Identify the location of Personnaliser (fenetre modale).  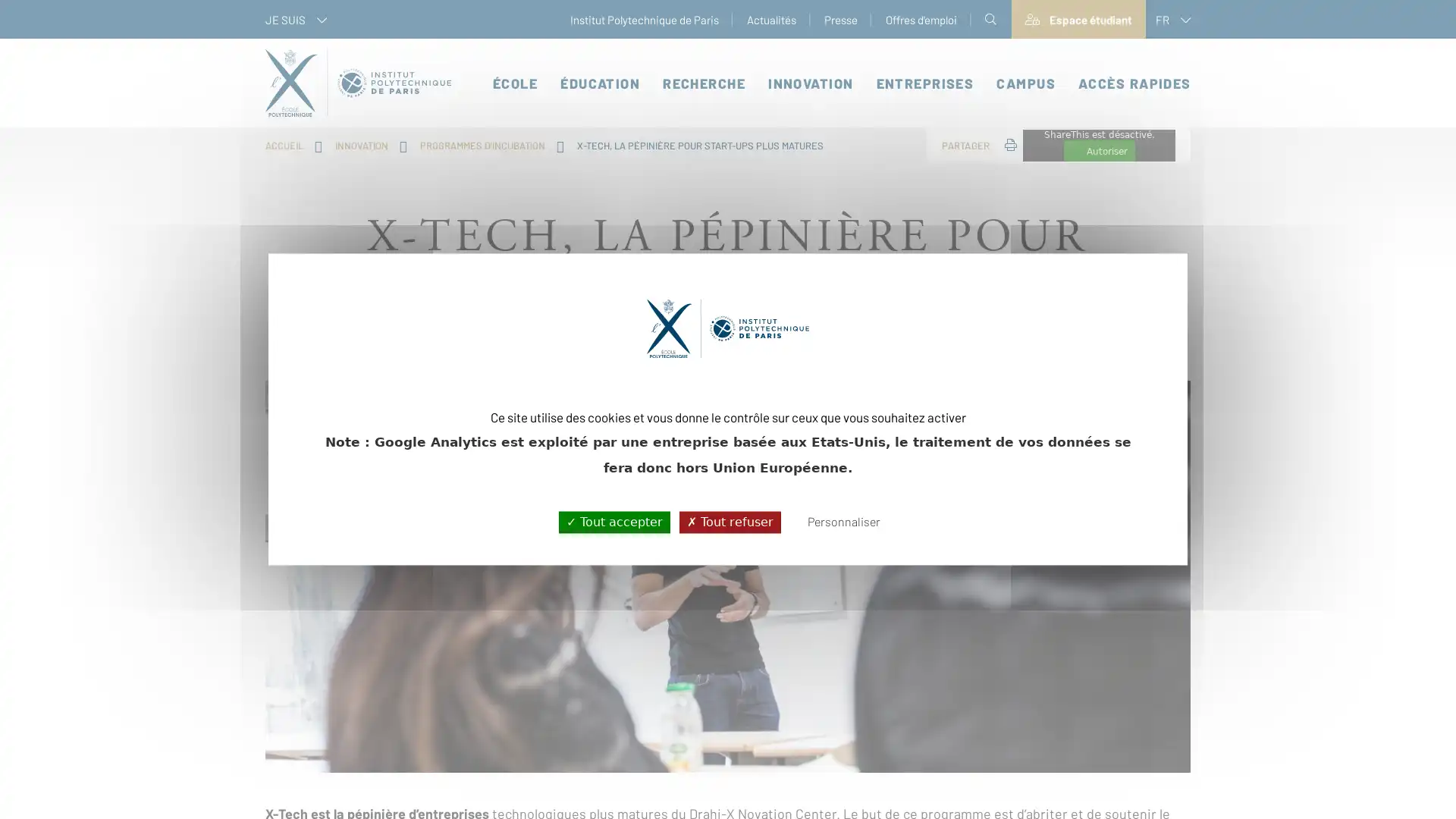
(843, 522).